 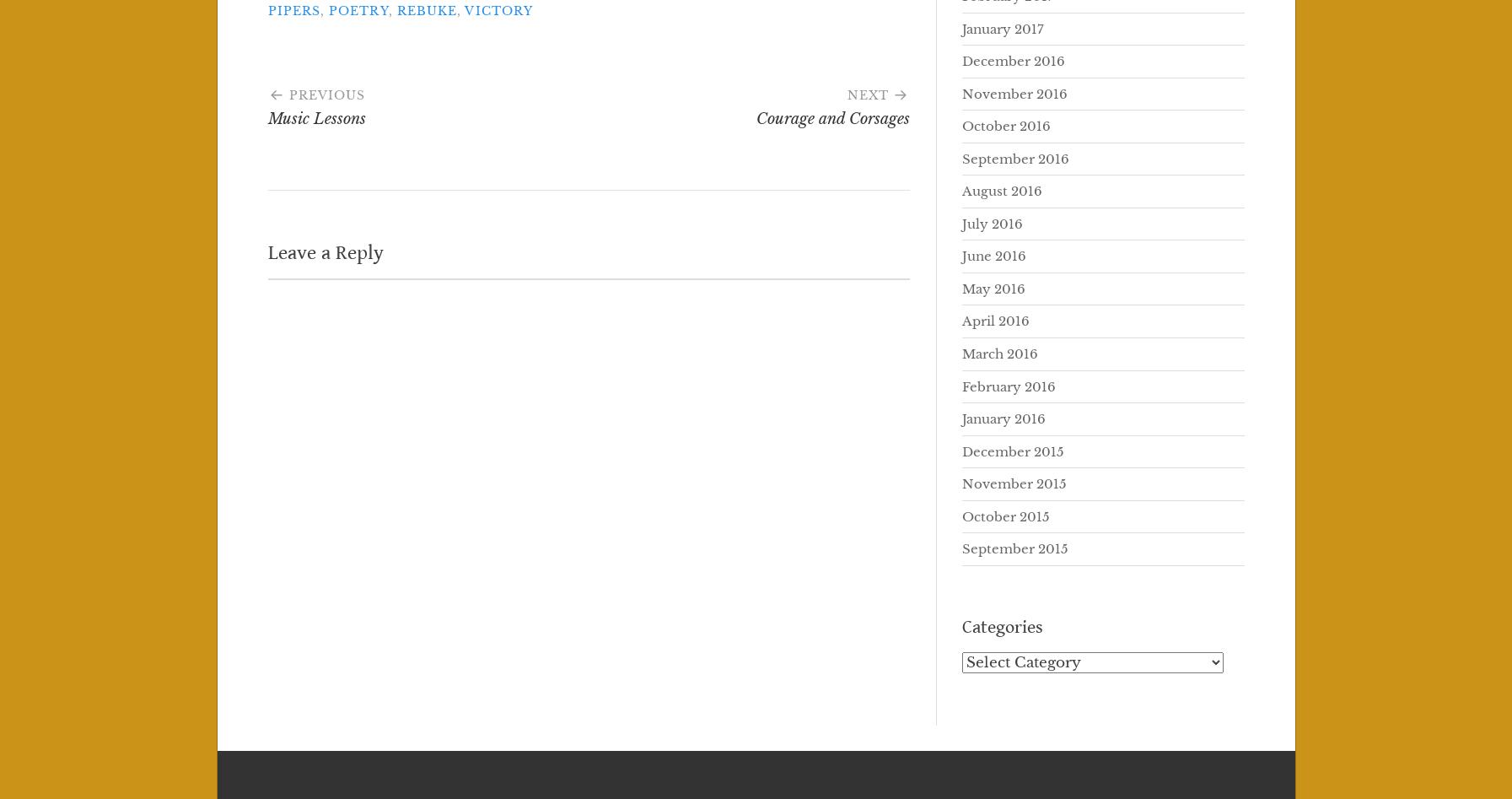 What do you see at coordinates (463, 11) in the screenshot?
I see `'Victory'` at bounding box center [463, 11].